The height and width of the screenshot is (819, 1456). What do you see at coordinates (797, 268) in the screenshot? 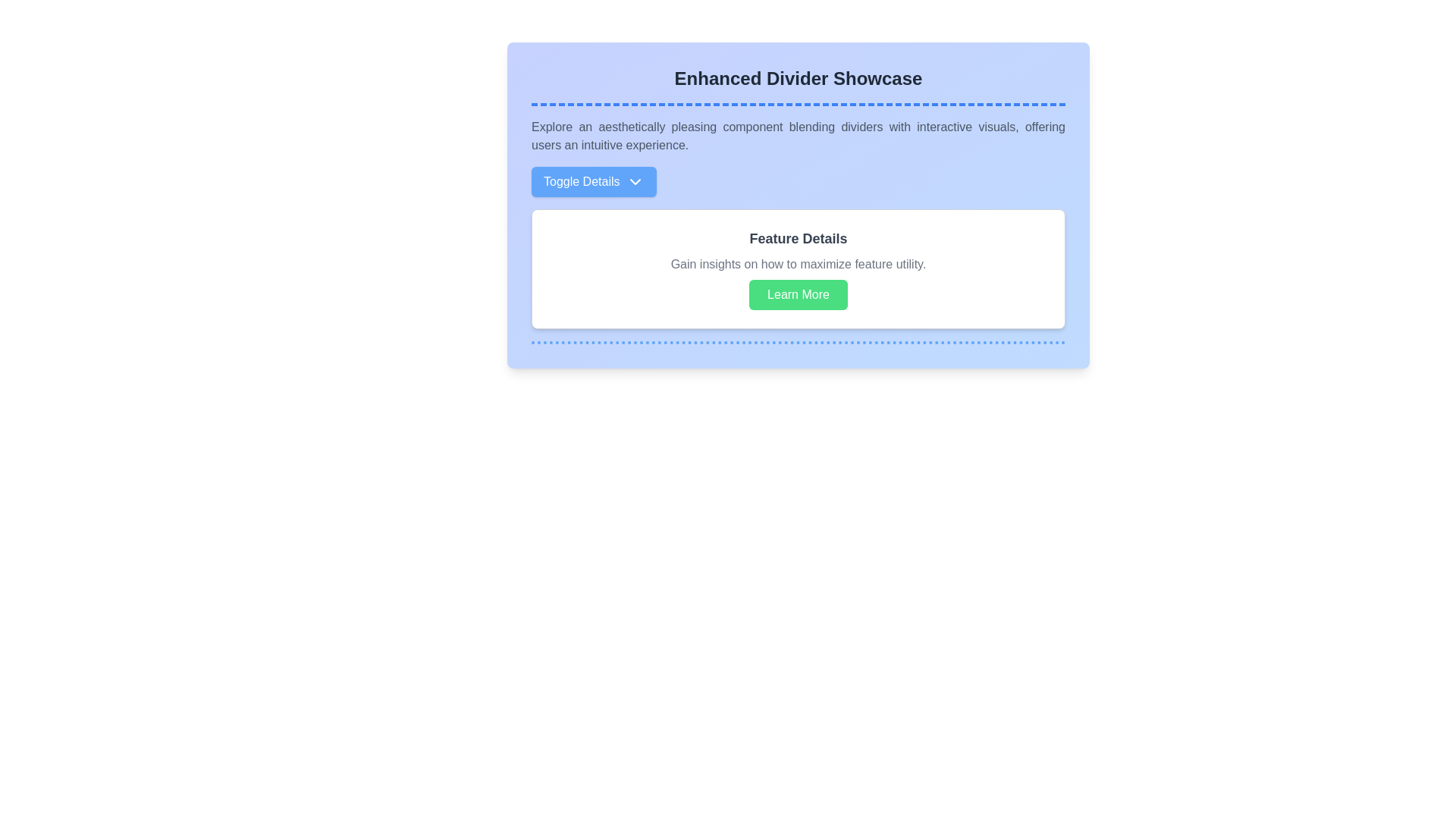
I see `the 'Learn More' button in the 'Feature Details' section` at bounding box center [797, 268].